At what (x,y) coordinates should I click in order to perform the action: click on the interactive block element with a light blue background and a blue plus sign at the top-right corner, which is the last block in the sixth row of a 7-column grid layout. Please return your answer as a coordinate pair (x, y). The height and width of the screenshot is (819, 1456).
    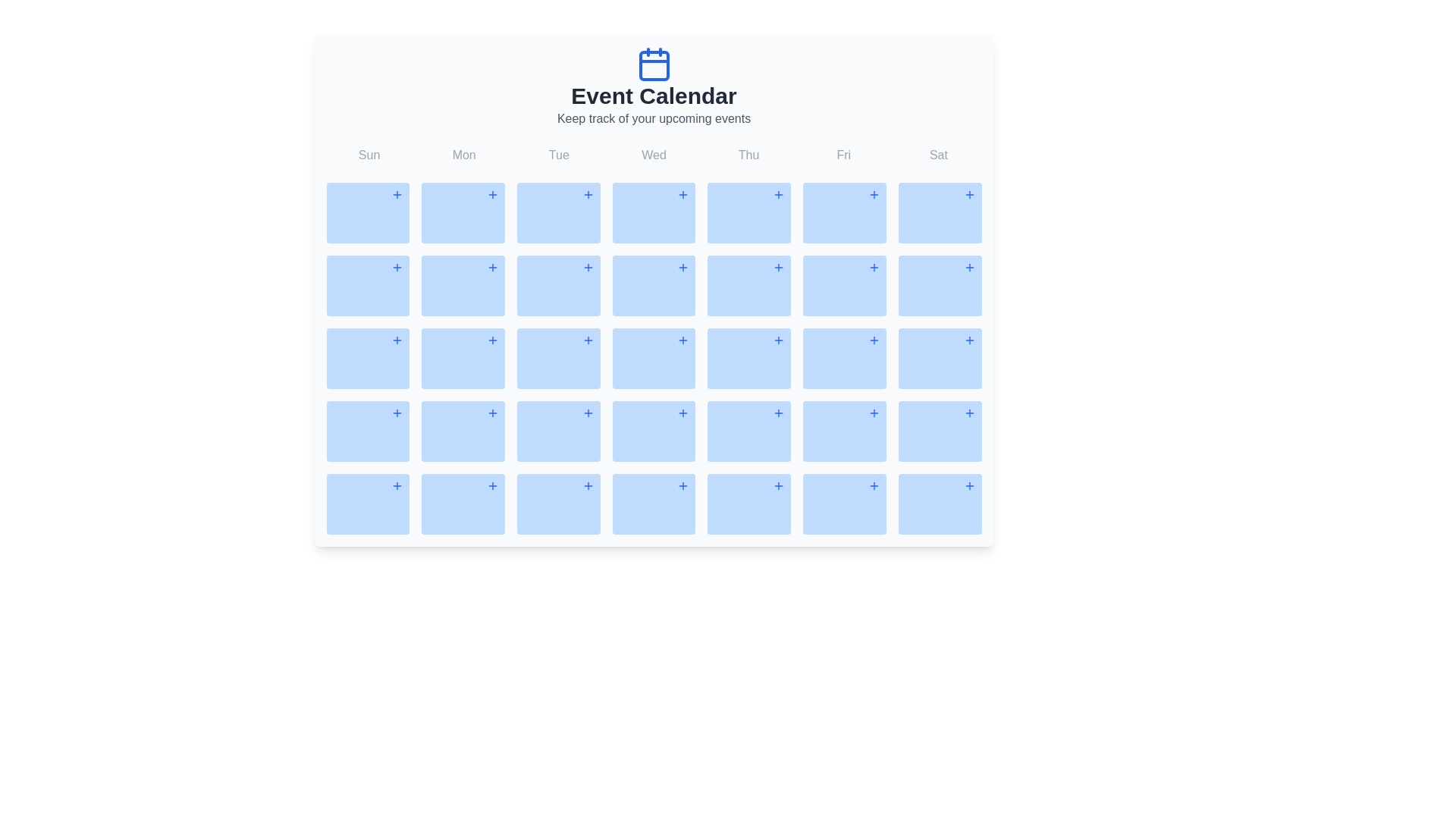
    Looking at the image, I should click on (843, 504).